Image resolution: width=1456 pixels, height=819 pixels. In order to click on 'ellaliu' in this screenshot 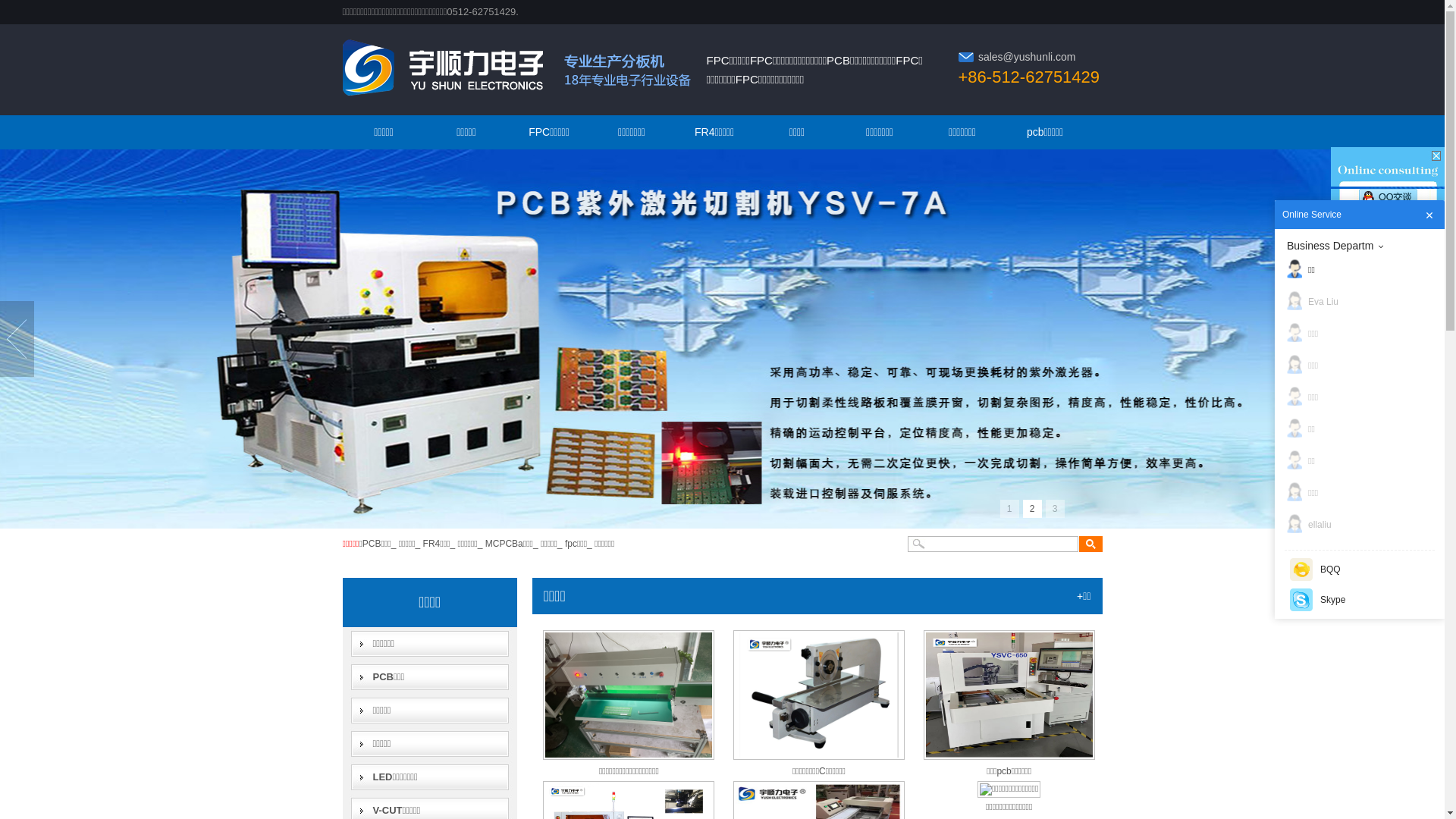, I will do `click(1363, 523)`.